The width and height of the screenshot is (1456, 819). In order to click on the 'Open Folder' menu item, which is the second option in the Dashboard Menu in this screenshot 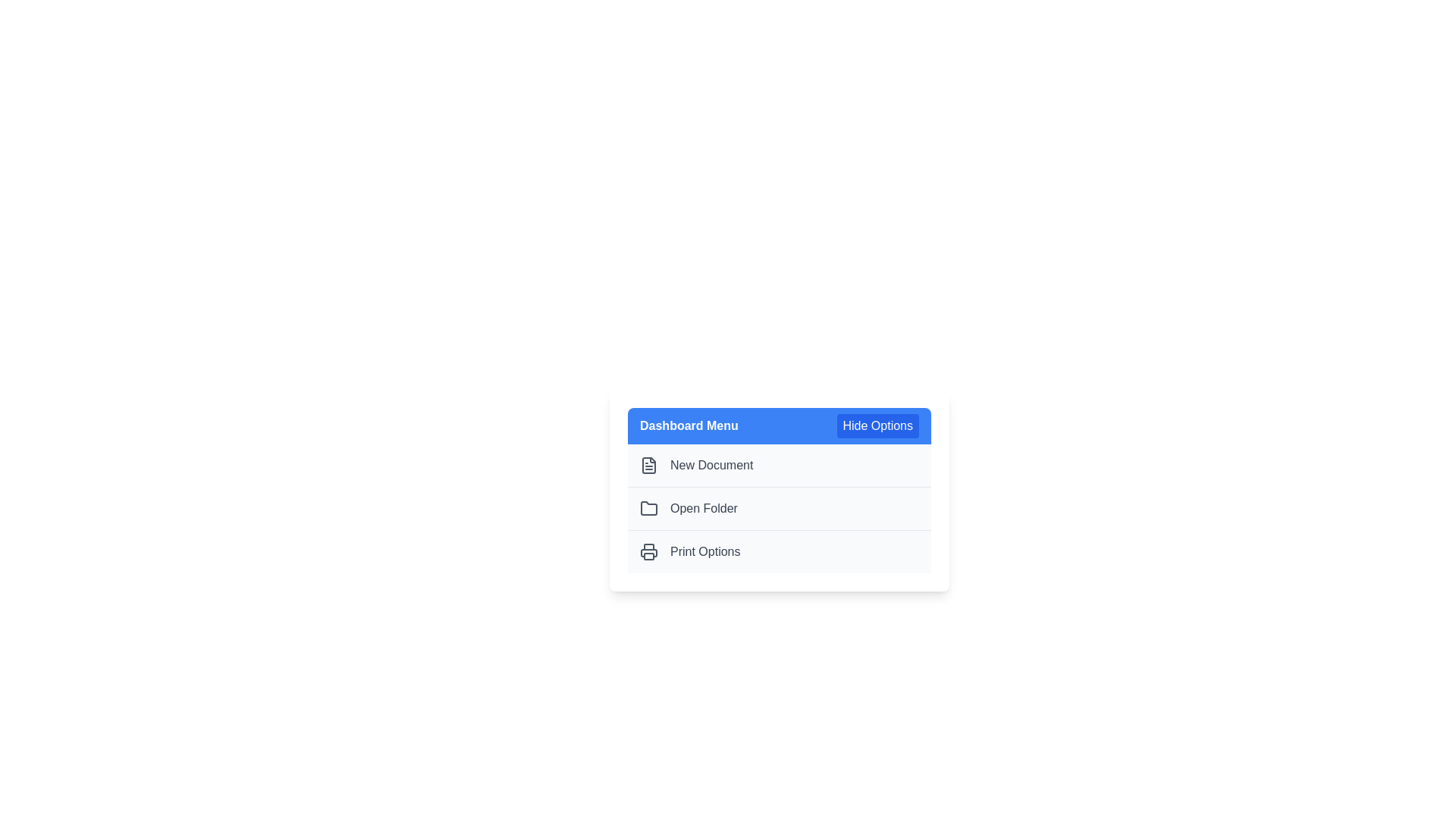, I will do `click(779, 509)`.